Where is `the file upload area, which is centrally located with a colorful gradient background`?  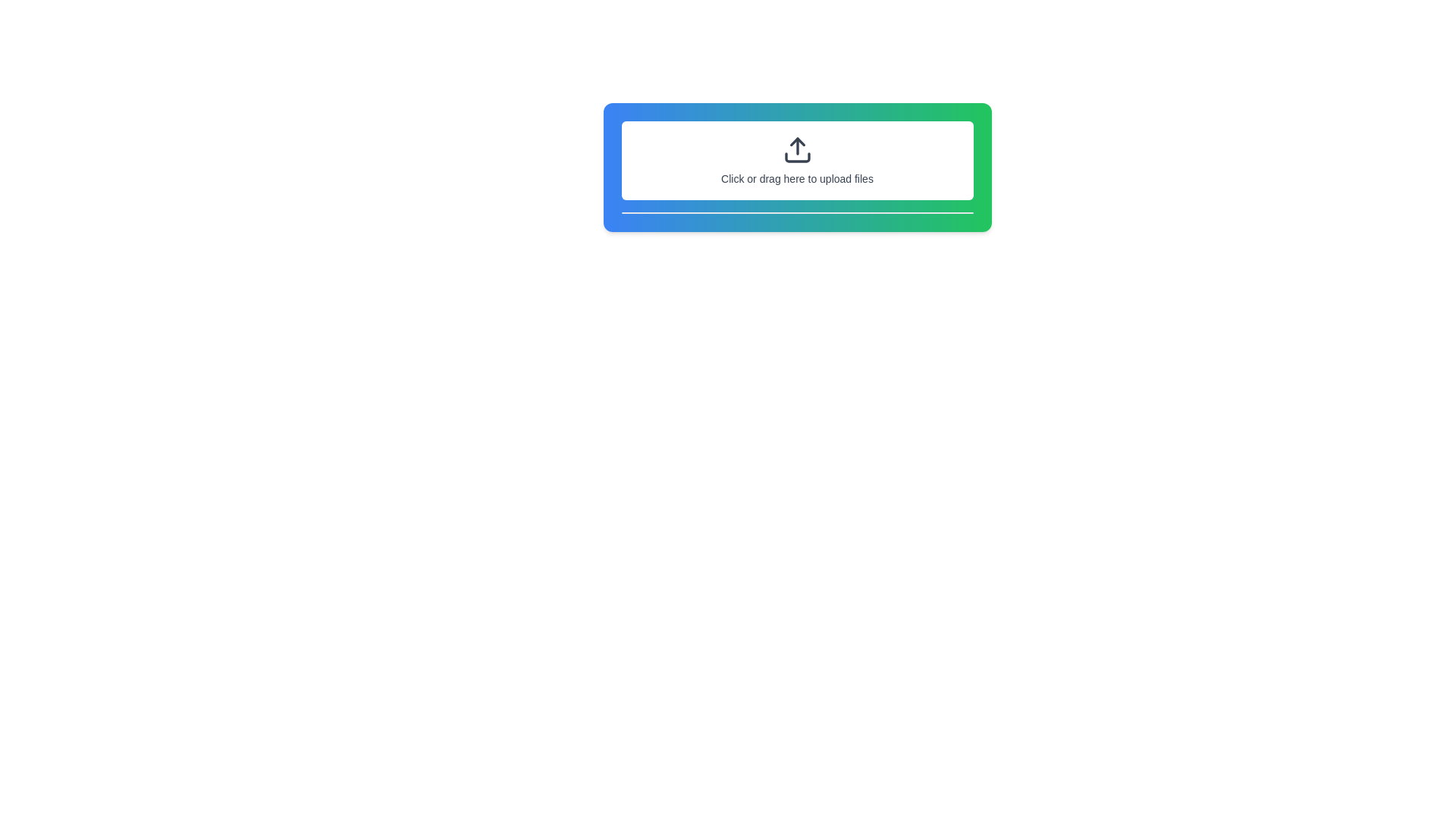 the file upload area, which is centrally located with a colorful gradient background is located at coordinates (796, 167).